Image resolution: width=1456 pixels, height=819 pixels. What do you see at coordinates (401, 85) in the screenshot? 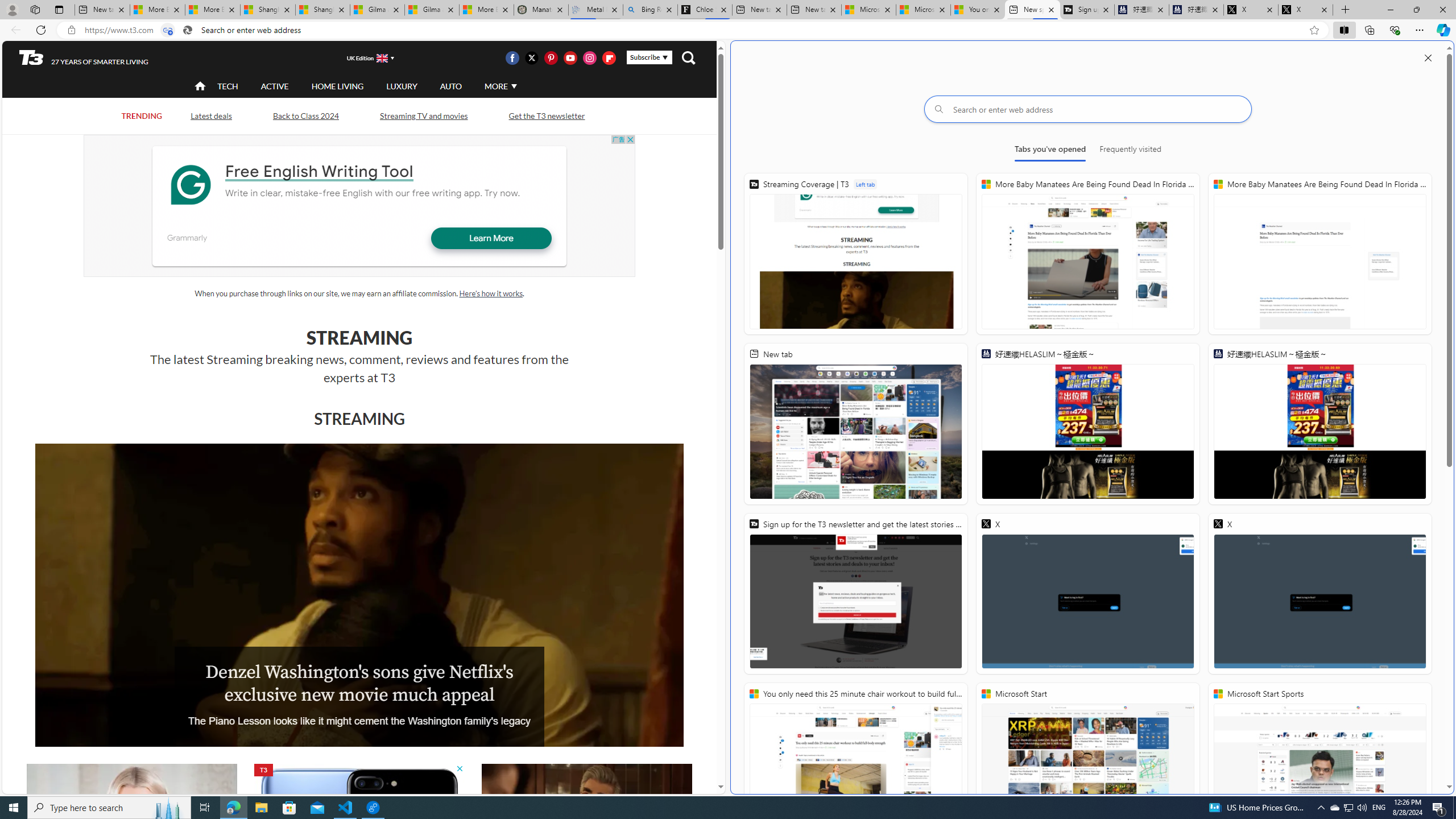
I see `'LUXURY'` at bounding box center [401, 85].